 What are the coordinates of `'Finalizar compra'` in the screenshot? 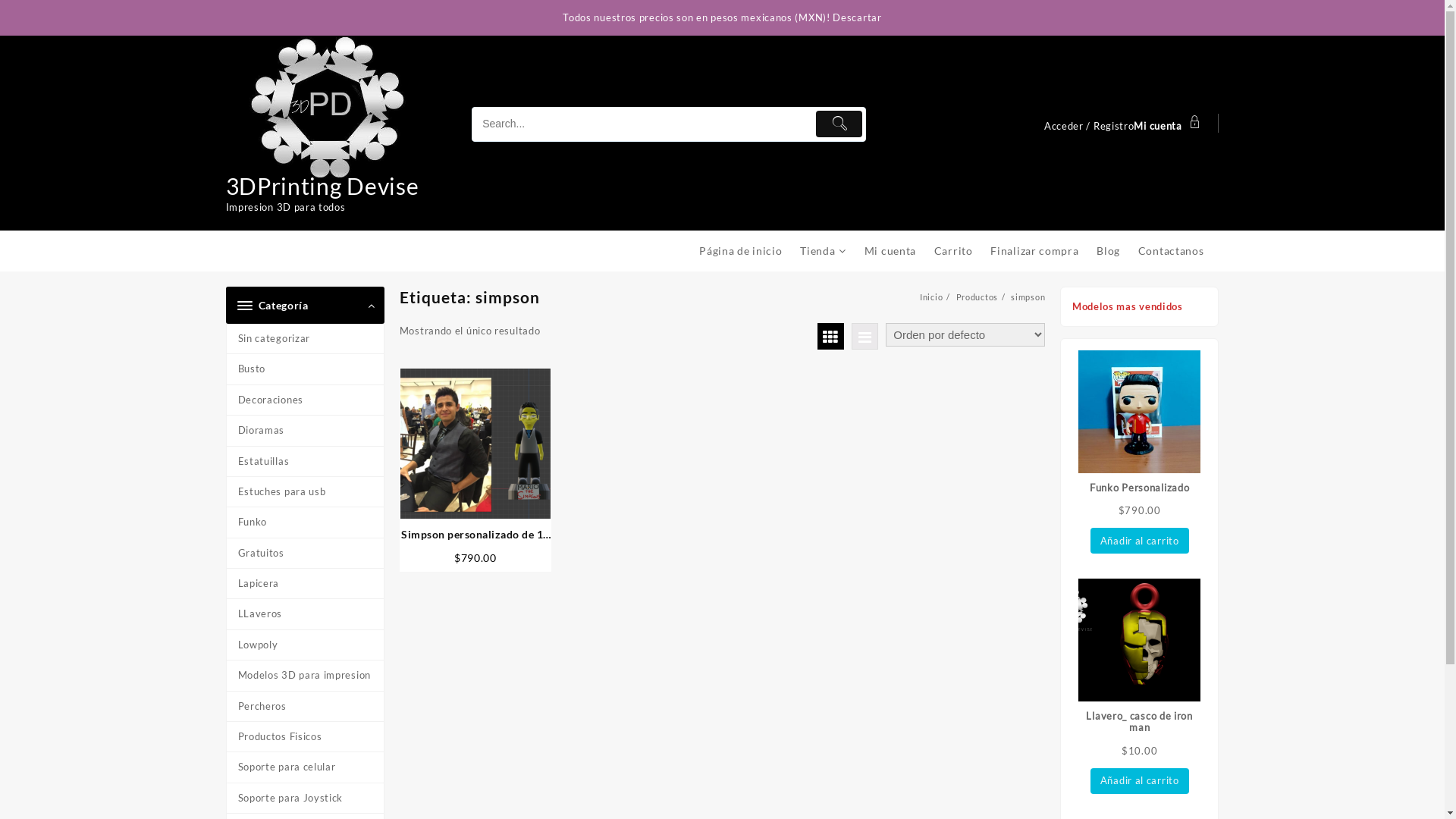 It's located at (1040, 249).